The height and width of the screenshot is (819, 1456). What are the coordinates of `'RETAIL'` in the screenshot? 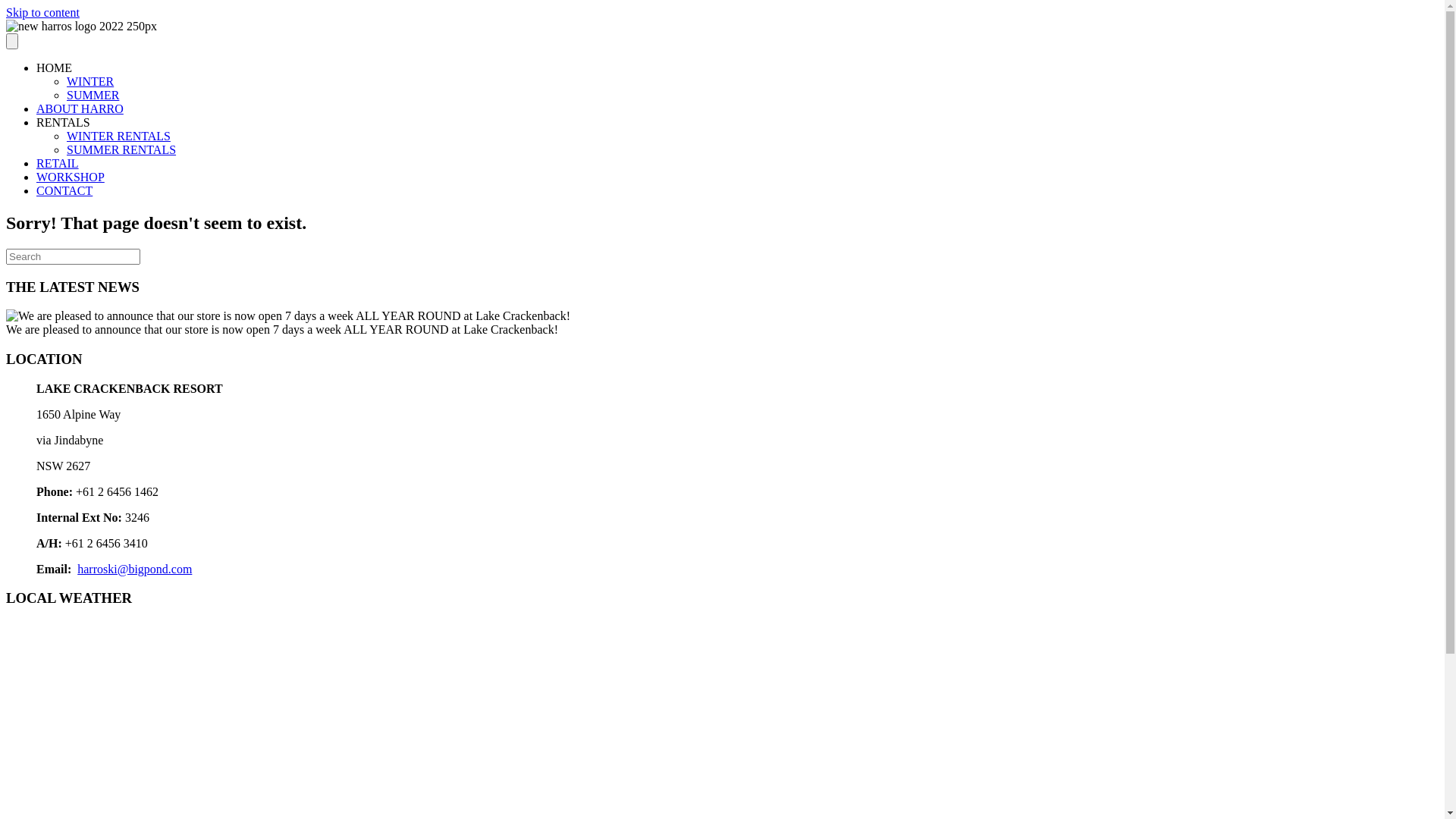 It's located at (36, 163).